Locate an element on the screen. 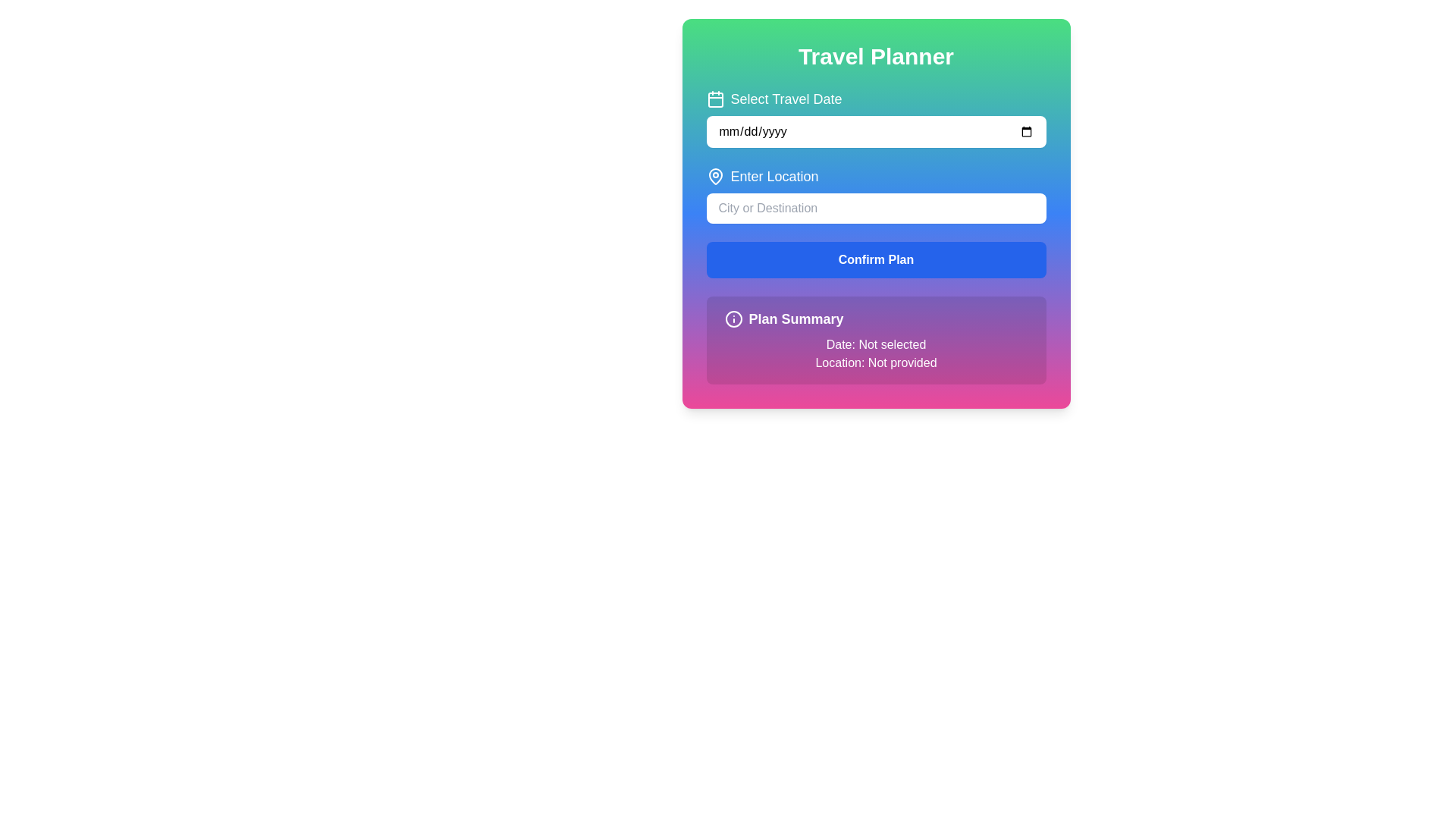  the 'Confirm' button within the 'Travel Planner' card interface to proceed with the user's travel plan is located at coordinates (876, 259).